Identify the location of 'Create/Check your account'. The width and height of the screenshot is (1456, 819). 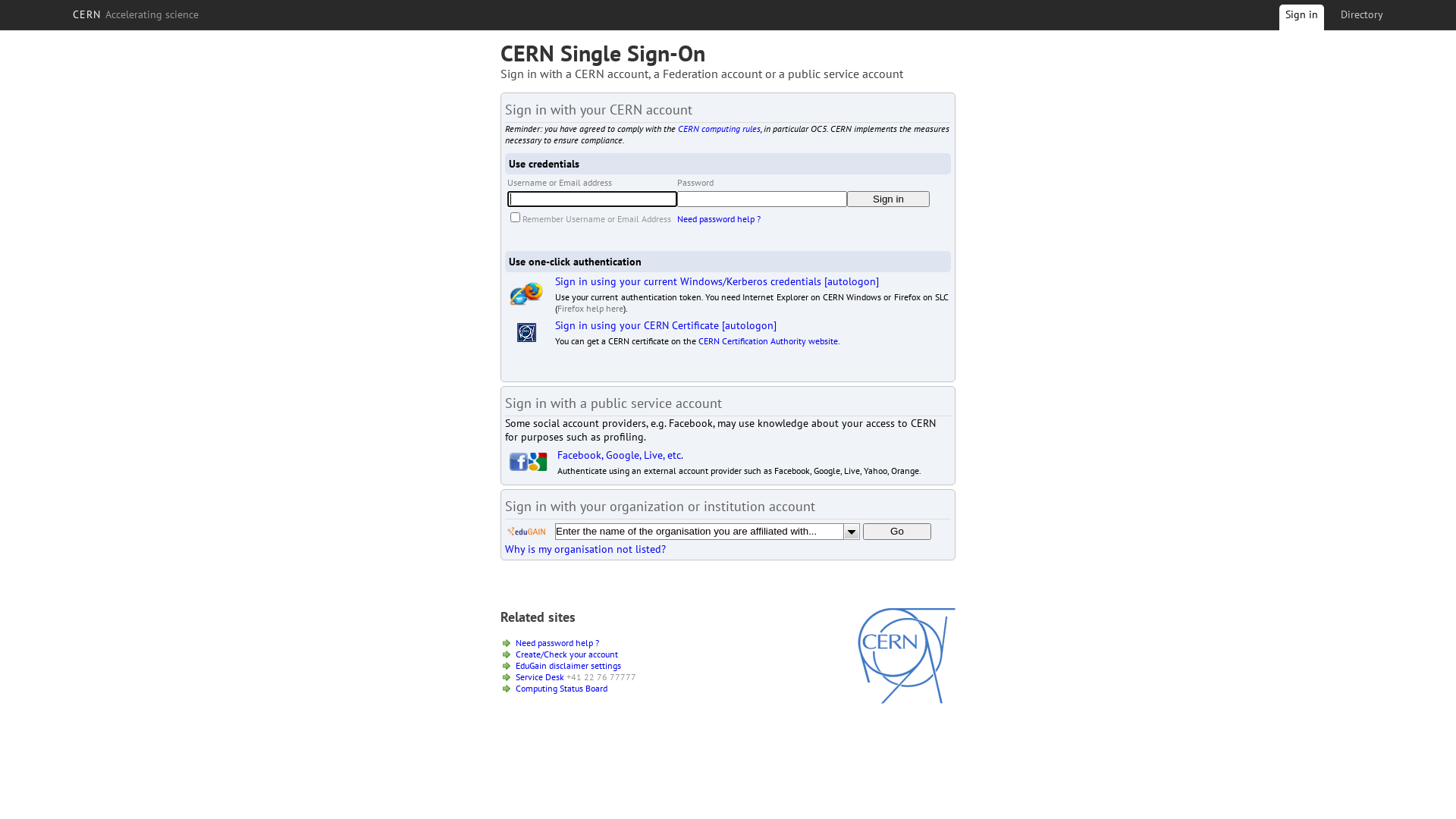
(566, 653).